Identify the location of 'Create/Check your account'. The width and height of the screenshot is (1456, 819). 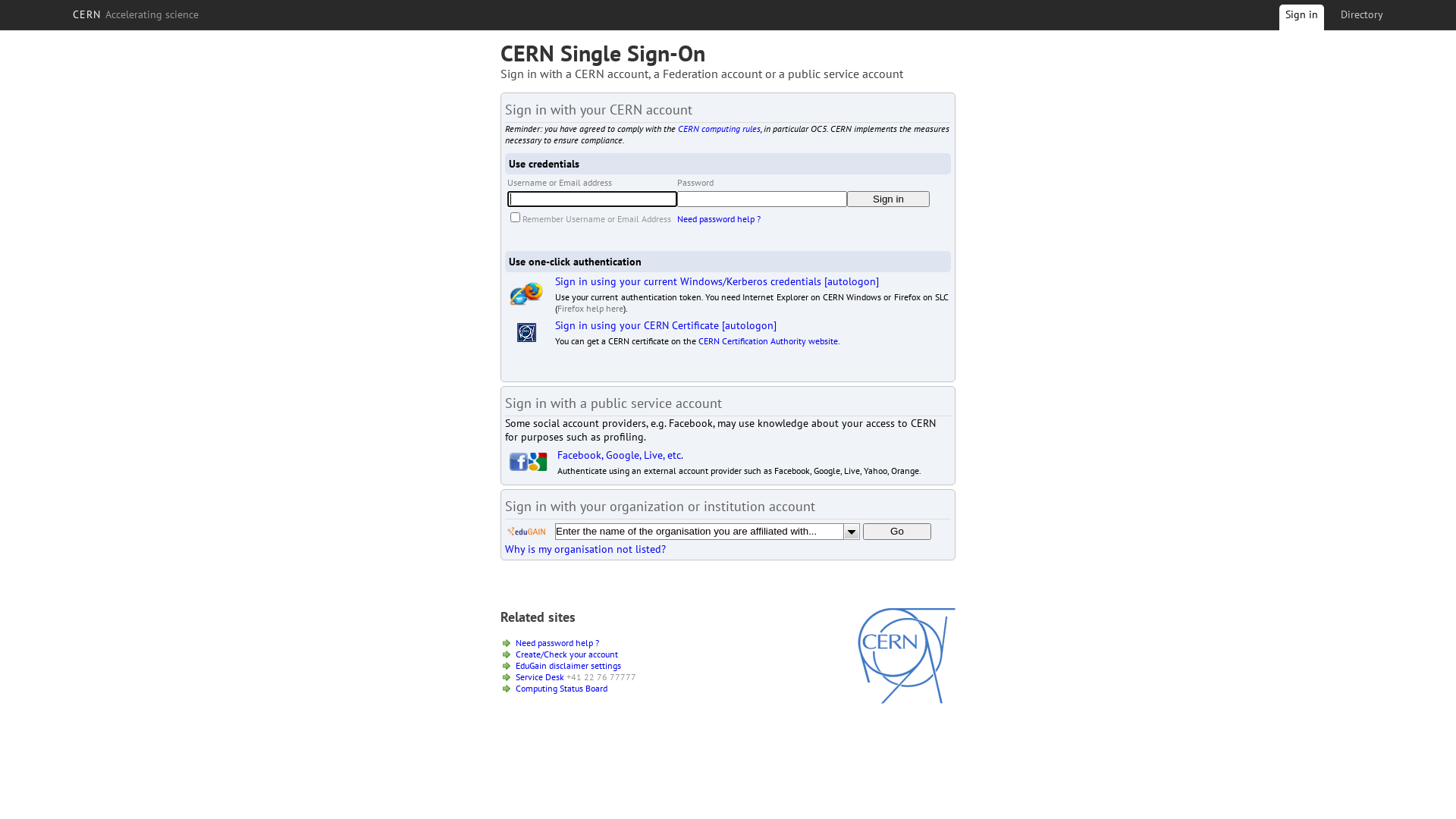
(566, 653).